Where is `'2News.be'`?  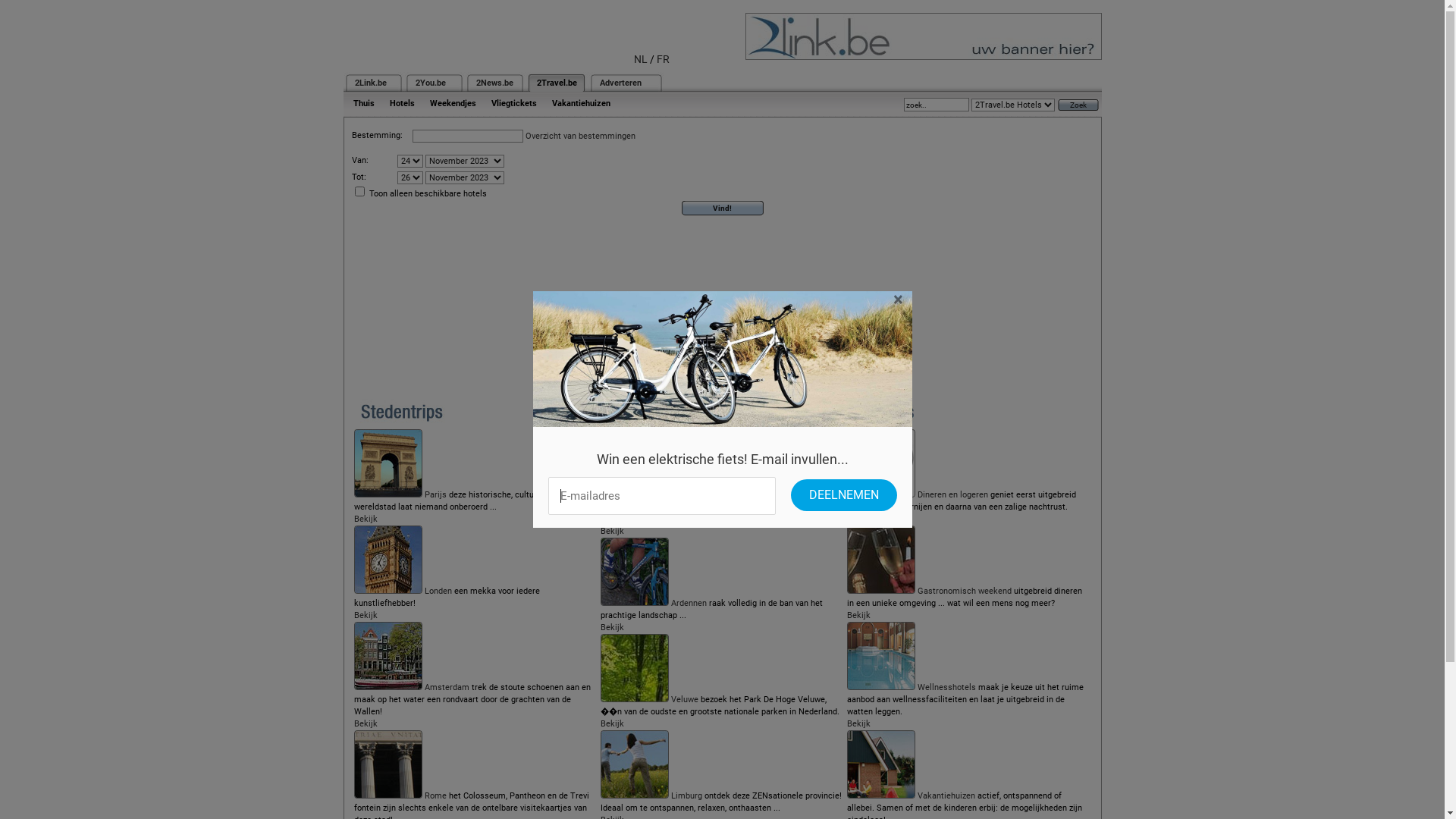 '2News.be' is located at coordinates (494, 83).